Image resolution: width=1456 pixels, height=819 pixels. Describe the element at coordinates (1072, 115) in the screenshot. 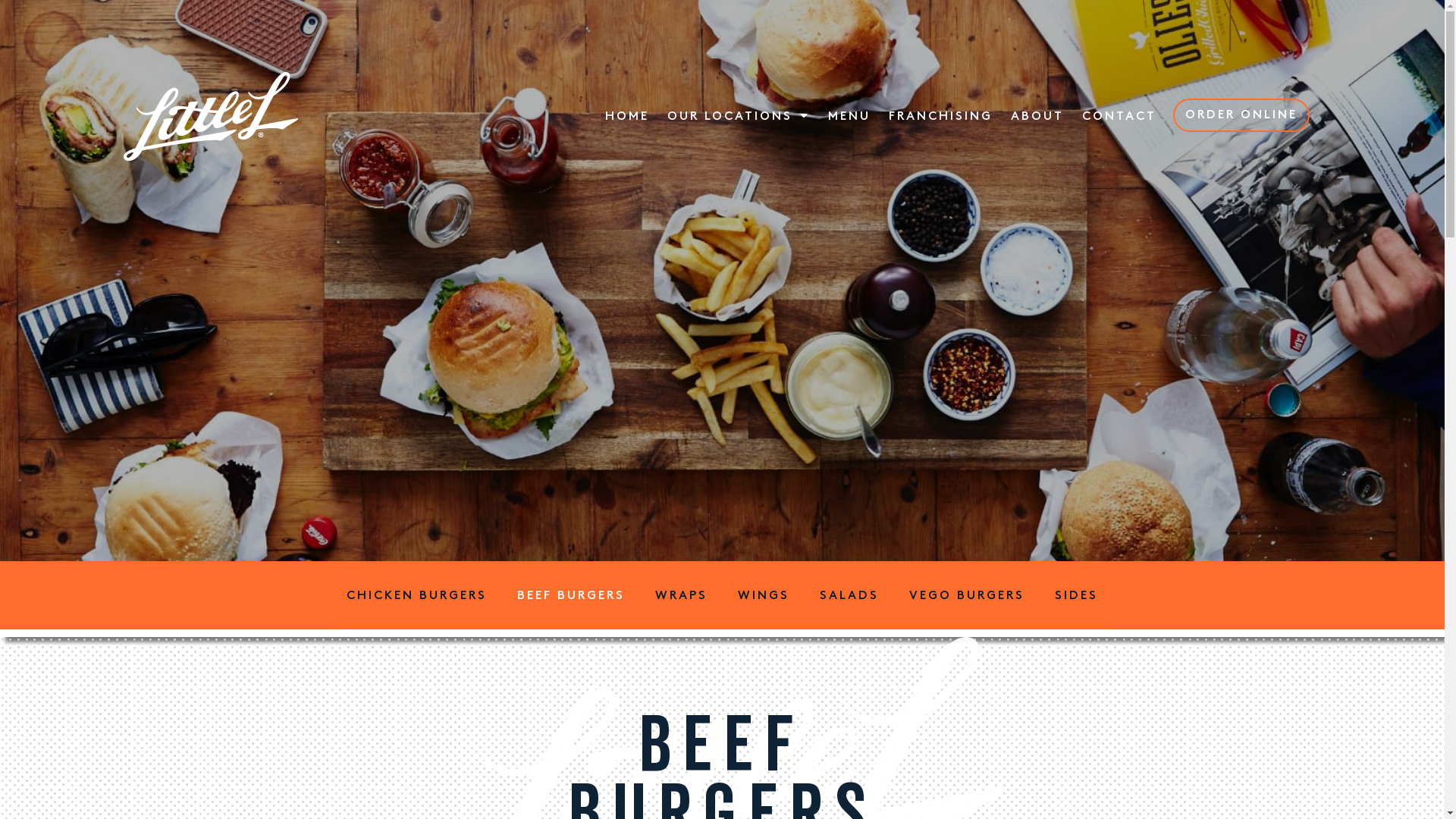

I see `'CONTACT'` at that location.